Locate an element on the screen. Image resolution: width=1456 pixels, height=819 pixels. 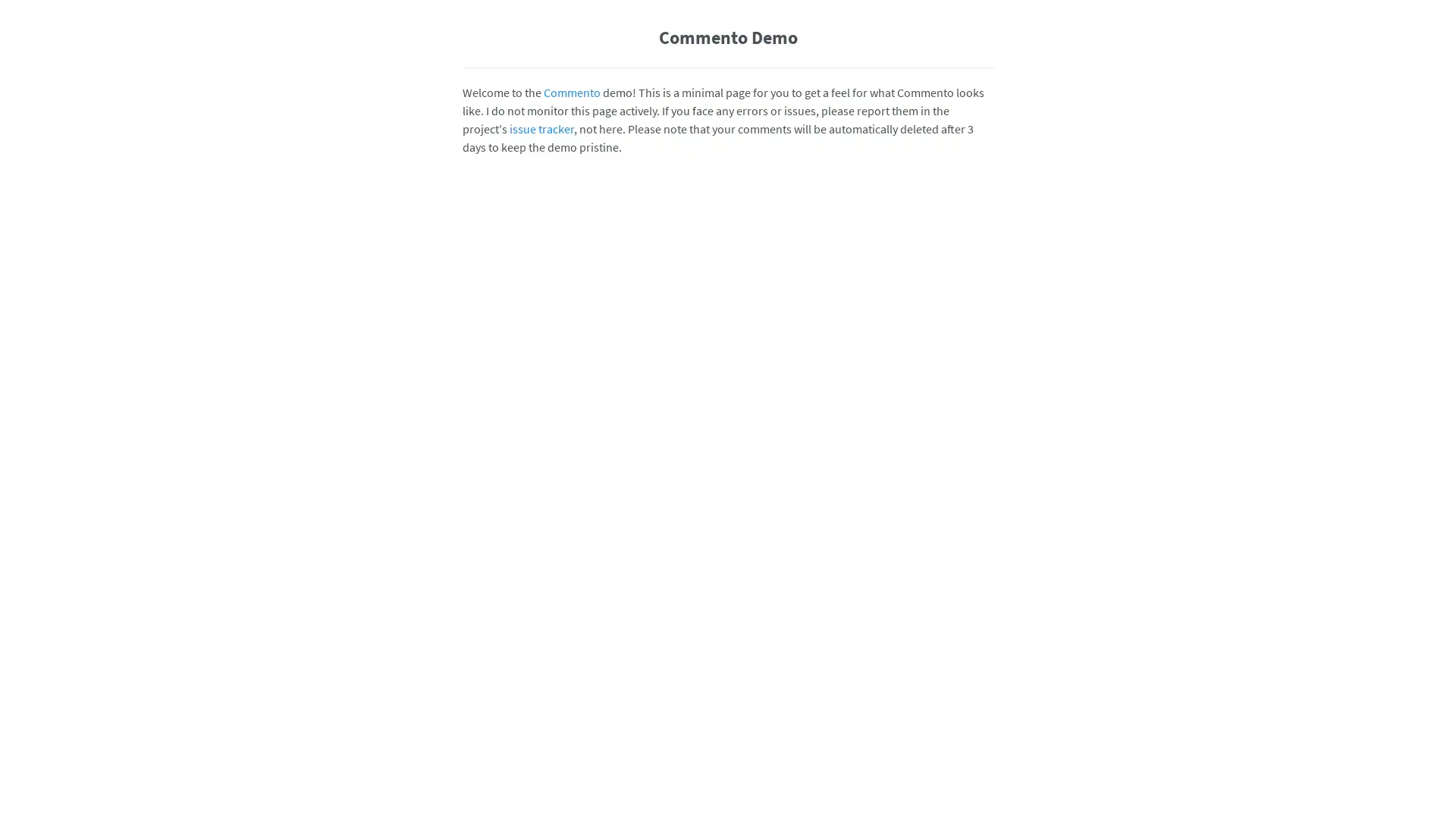
ADD COMMENT is located at coordinates (952, 339).